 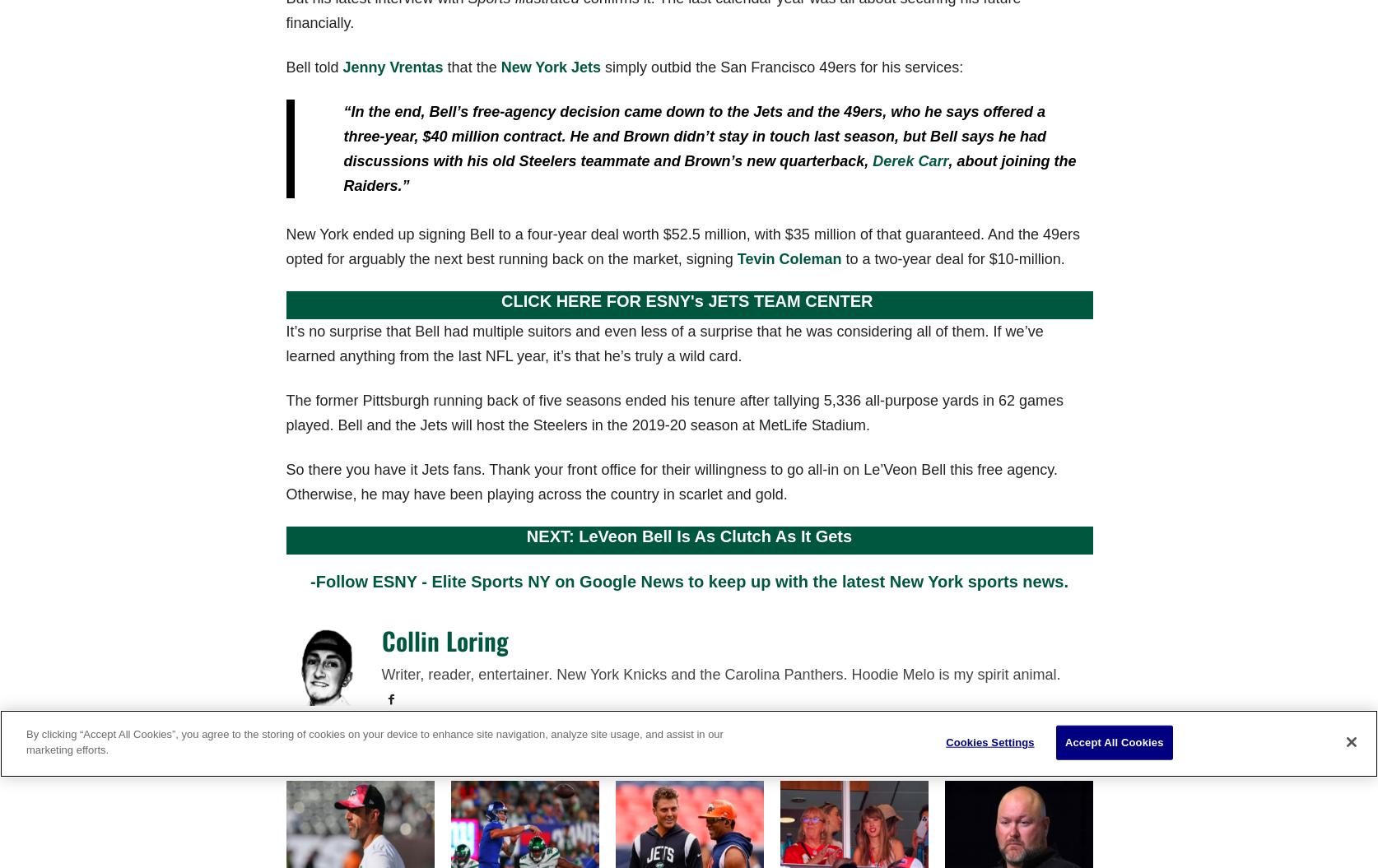 I want to click on '-Follow ESNY - Elite Sports NY on Google News to keep up with the latest New York sports news.', so click(x=689, y=581).